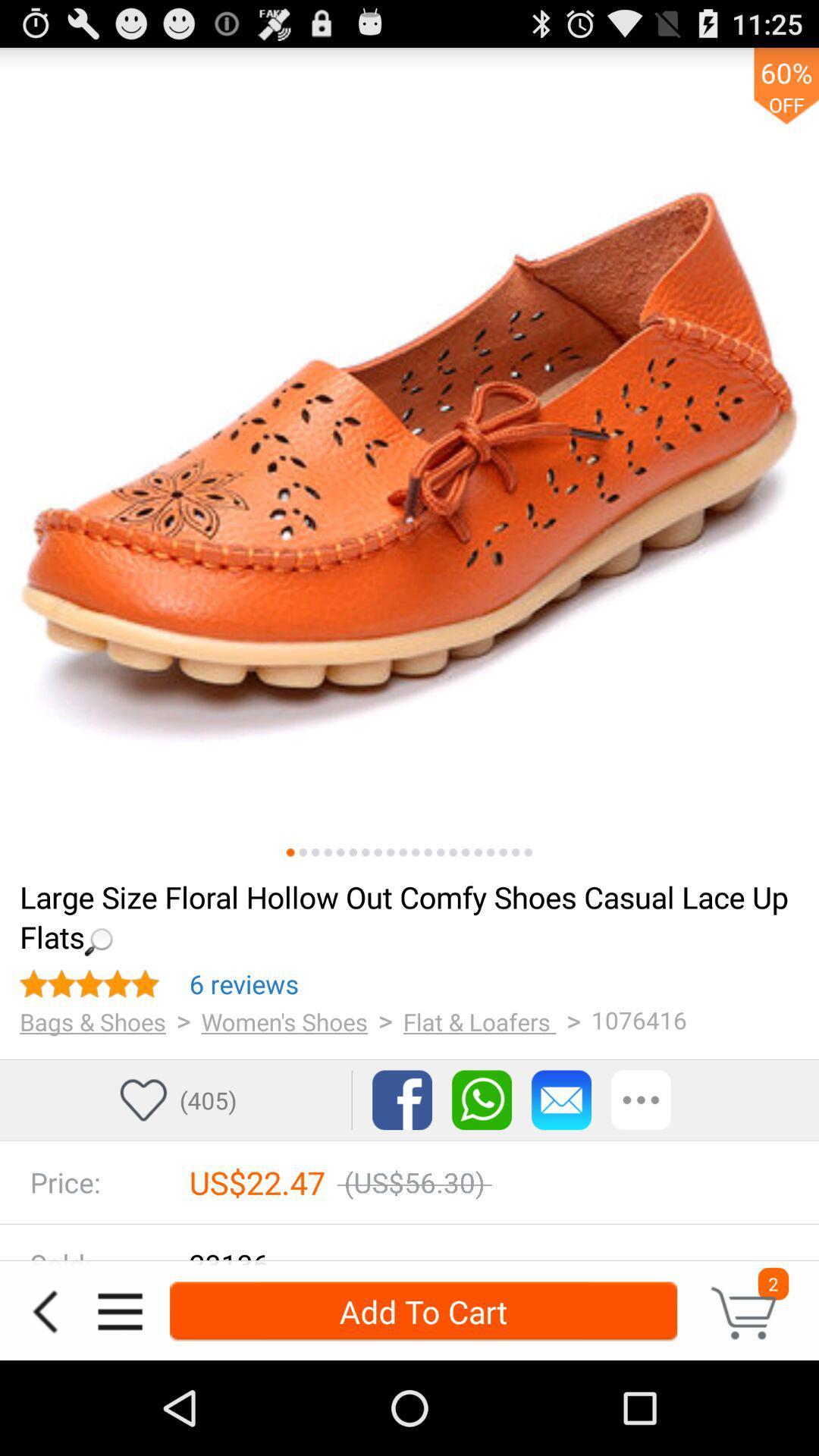 The height and width of the screenshot is (1456, 819). I want to click on menu, so click(119, 1310).